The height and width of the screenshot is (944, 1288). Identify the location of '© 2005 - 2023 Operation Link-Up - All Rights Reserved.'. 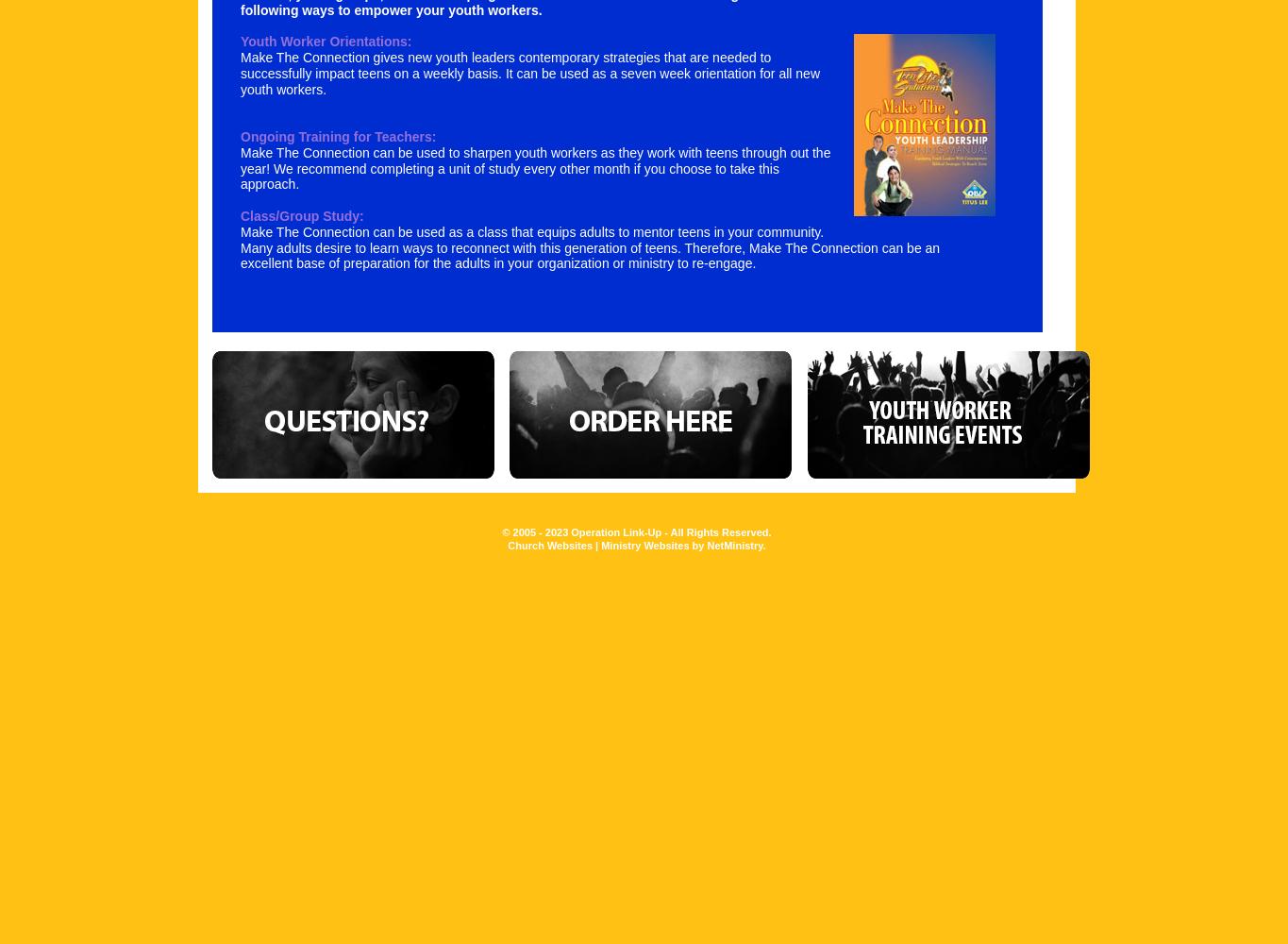
(500, 531).